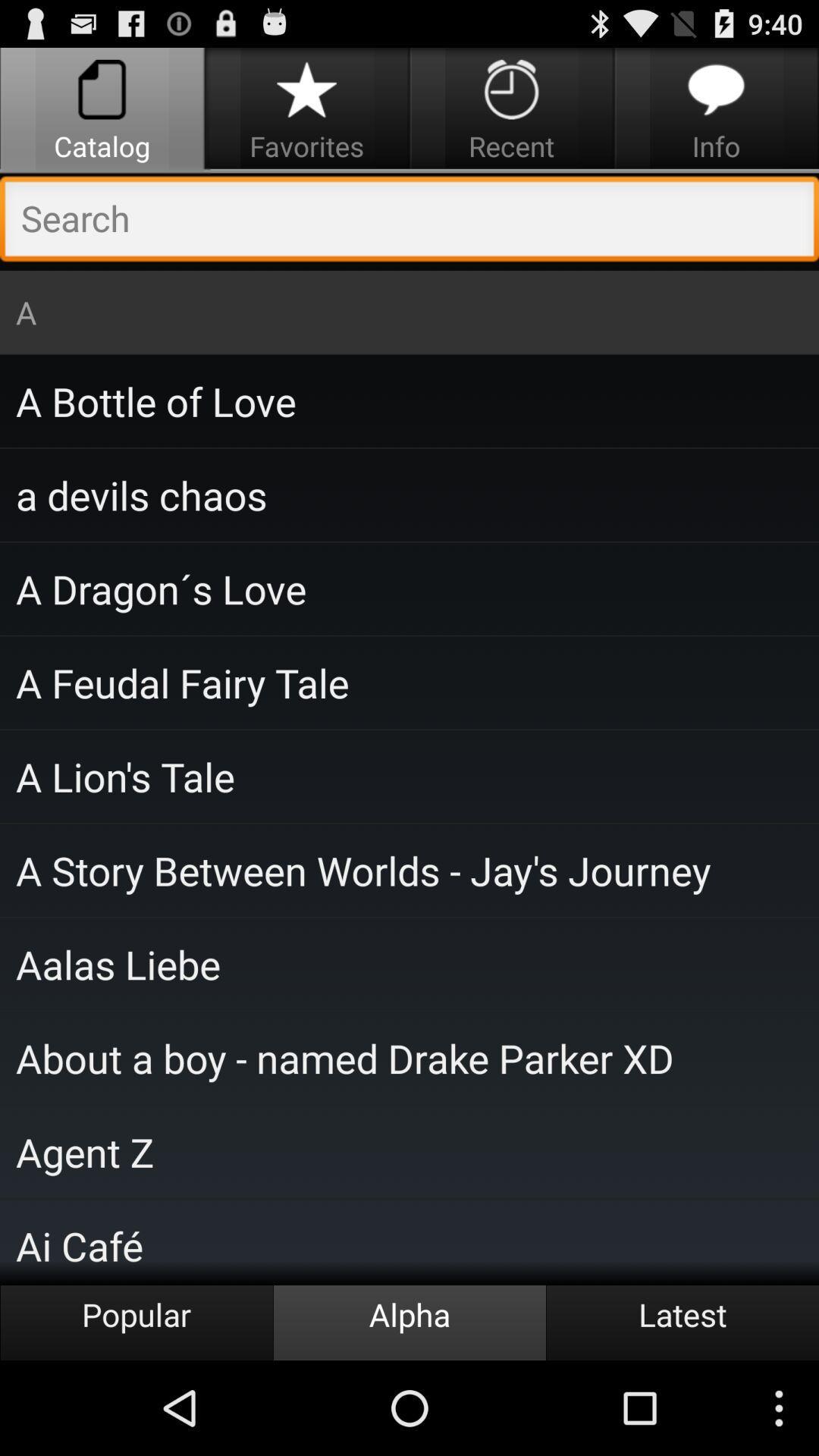 This screenshot has width=819, height=1456. I want to click on the item next to alpha, so click(136, 1322).